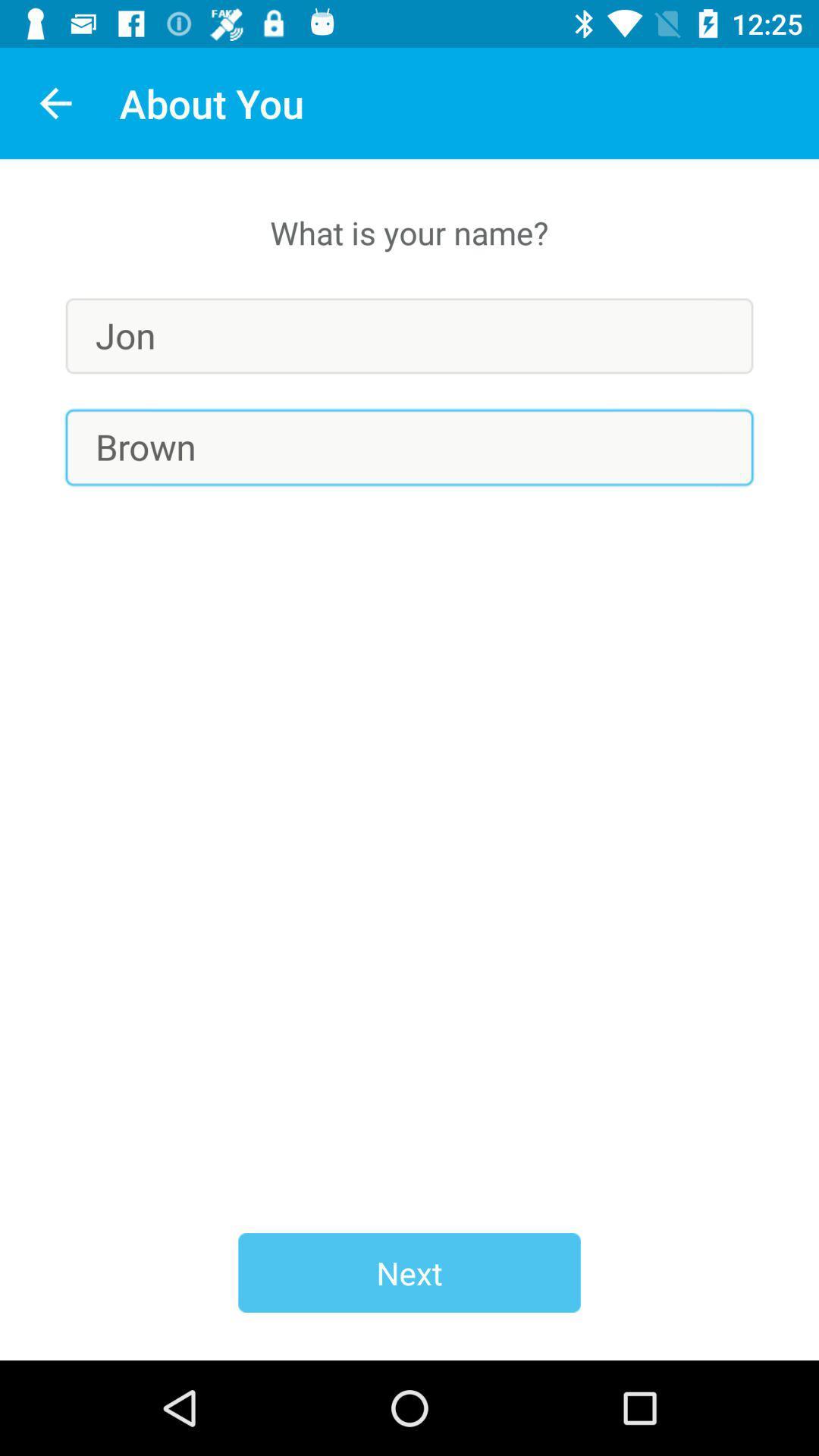  Describe the element at coordinates (409, 447) in the screenshot. I see `item below jon` at that location.